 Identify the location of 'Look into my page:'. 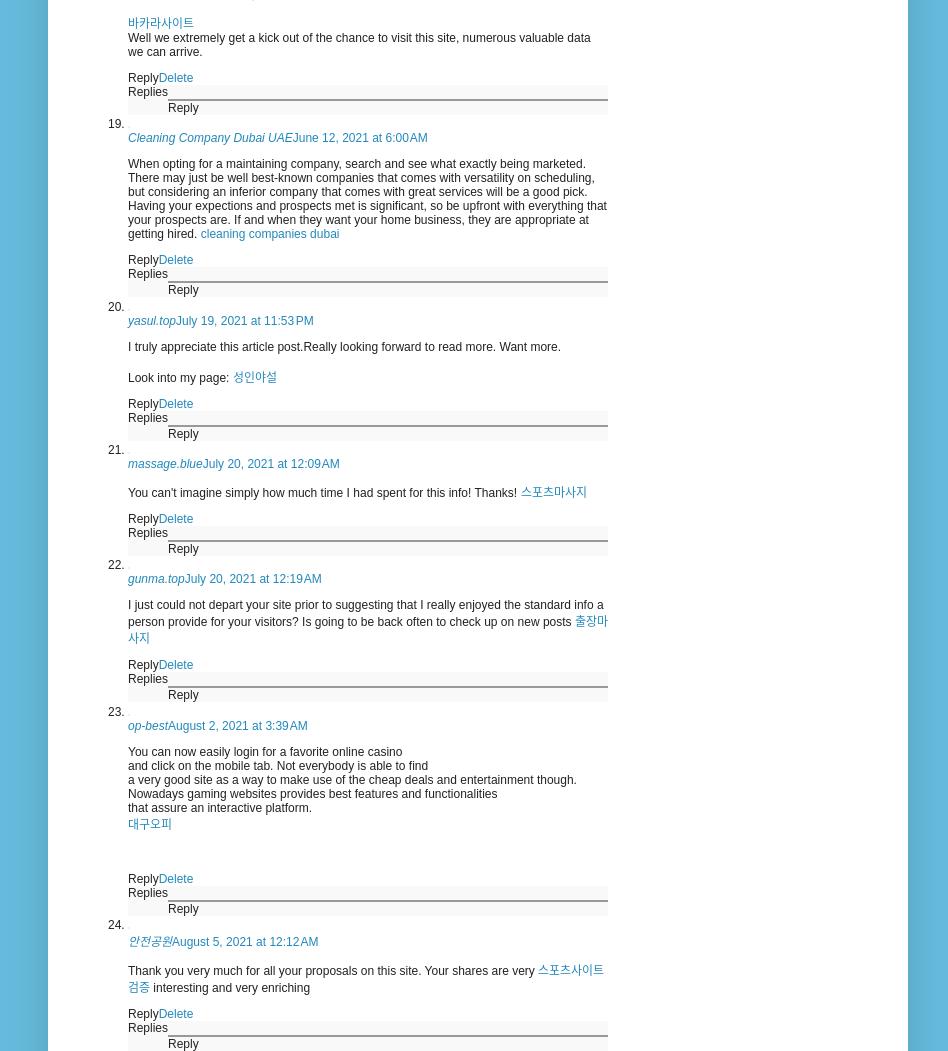
(179, 375).